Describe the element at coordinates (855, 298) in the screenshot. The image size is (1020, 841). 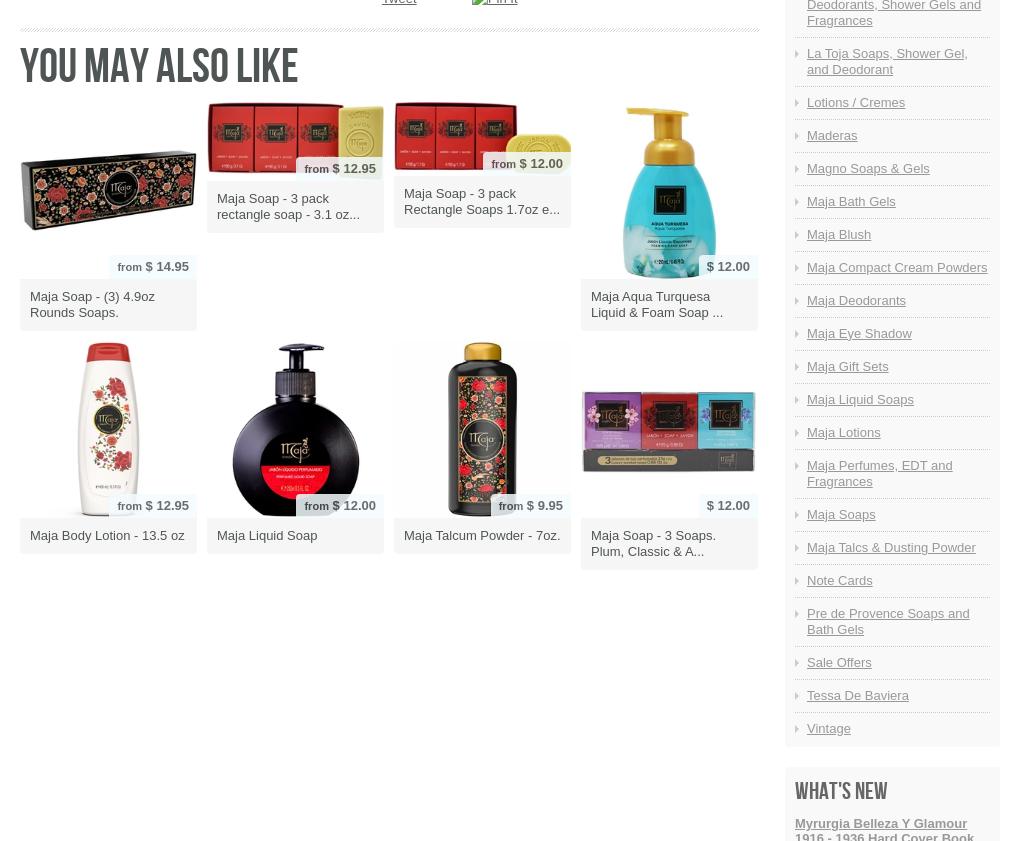
I see `'Maja Deodorants'` at that location.